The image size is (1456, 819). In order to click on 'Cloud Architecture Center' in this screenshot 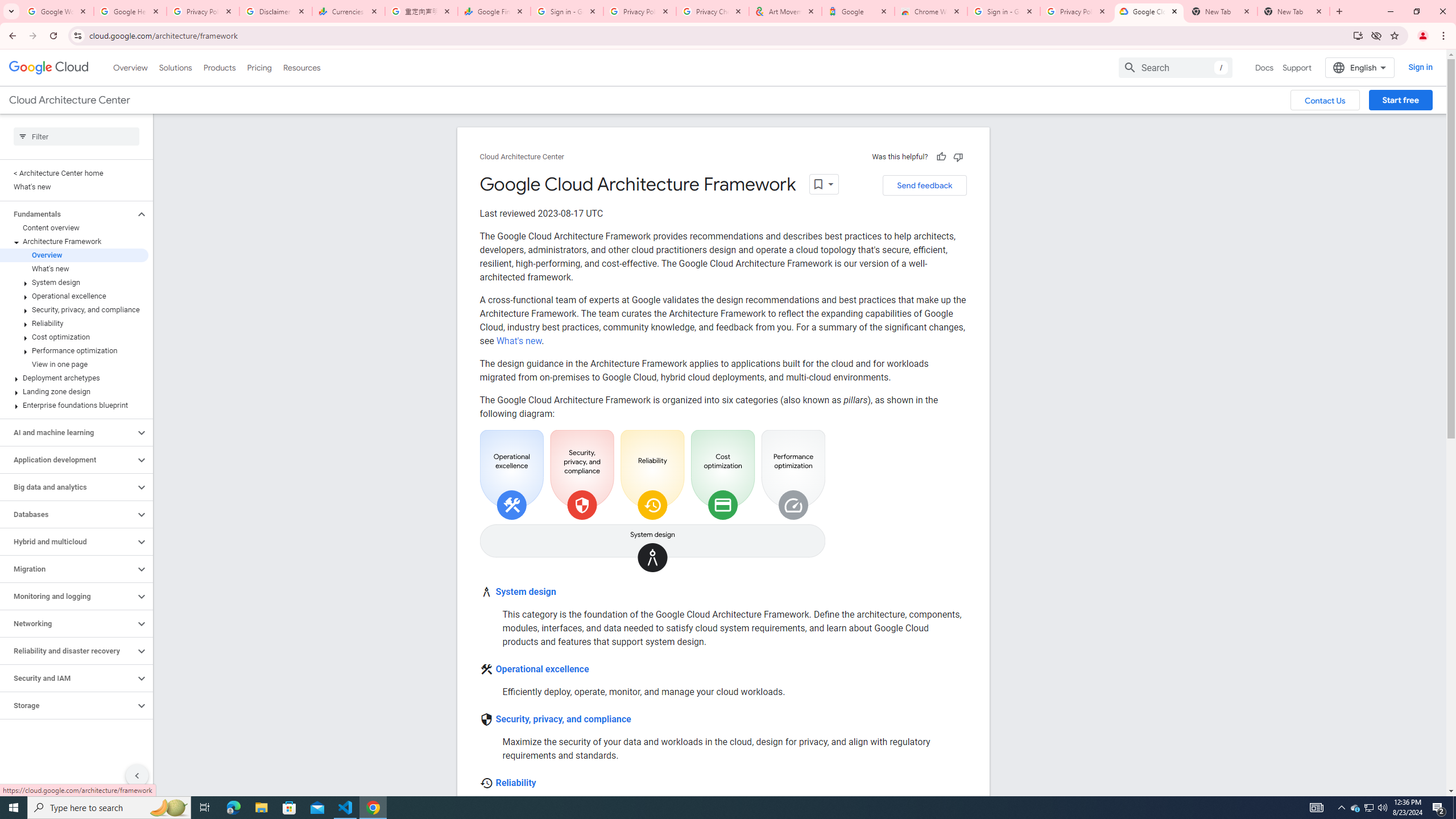, I will do `click(522, 156)`.